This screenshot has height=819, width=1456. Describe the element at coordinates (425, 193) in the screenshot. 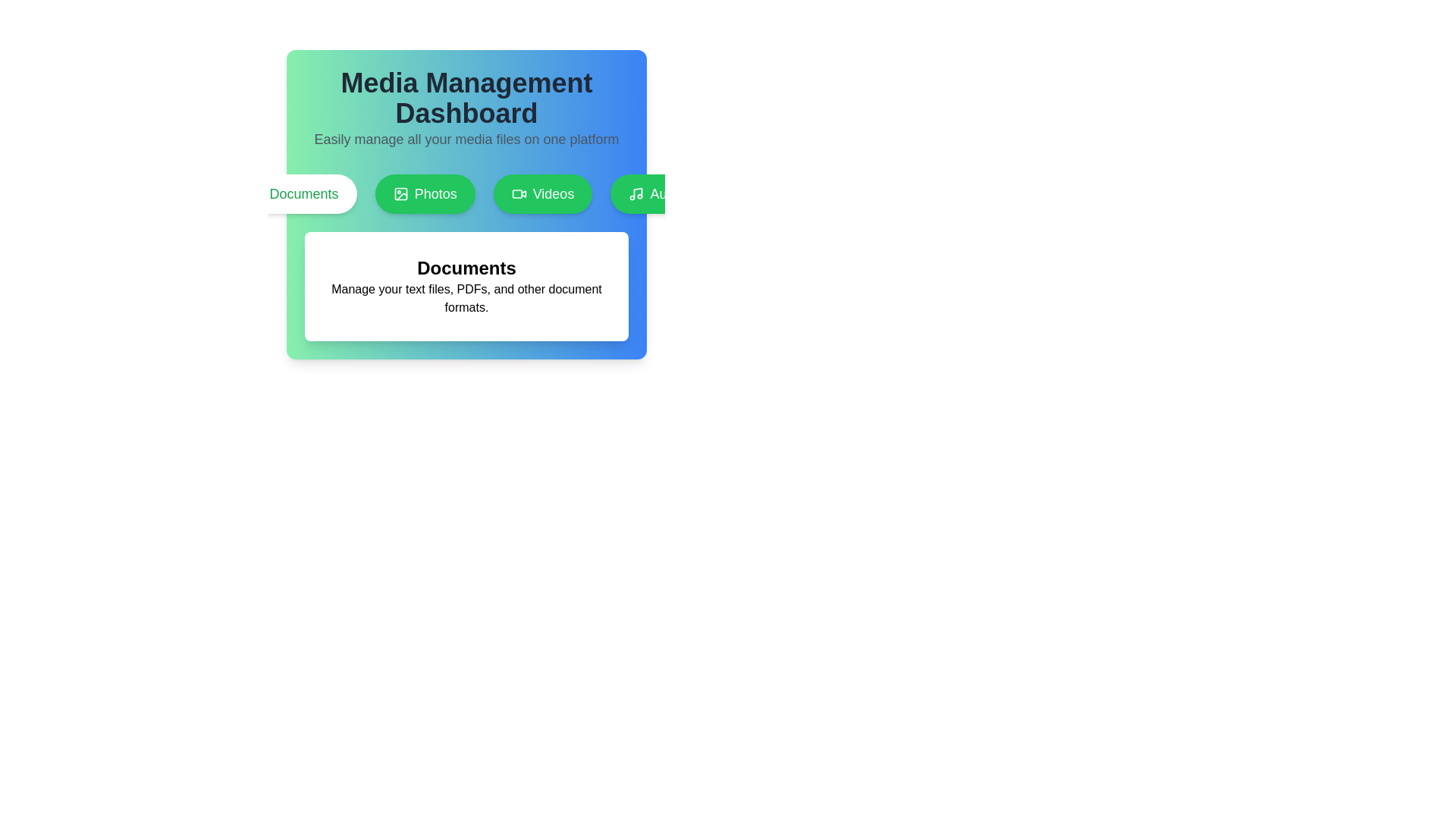

I see `the green rounded button labeled 'Photos' to observe its hover effects` at that location.